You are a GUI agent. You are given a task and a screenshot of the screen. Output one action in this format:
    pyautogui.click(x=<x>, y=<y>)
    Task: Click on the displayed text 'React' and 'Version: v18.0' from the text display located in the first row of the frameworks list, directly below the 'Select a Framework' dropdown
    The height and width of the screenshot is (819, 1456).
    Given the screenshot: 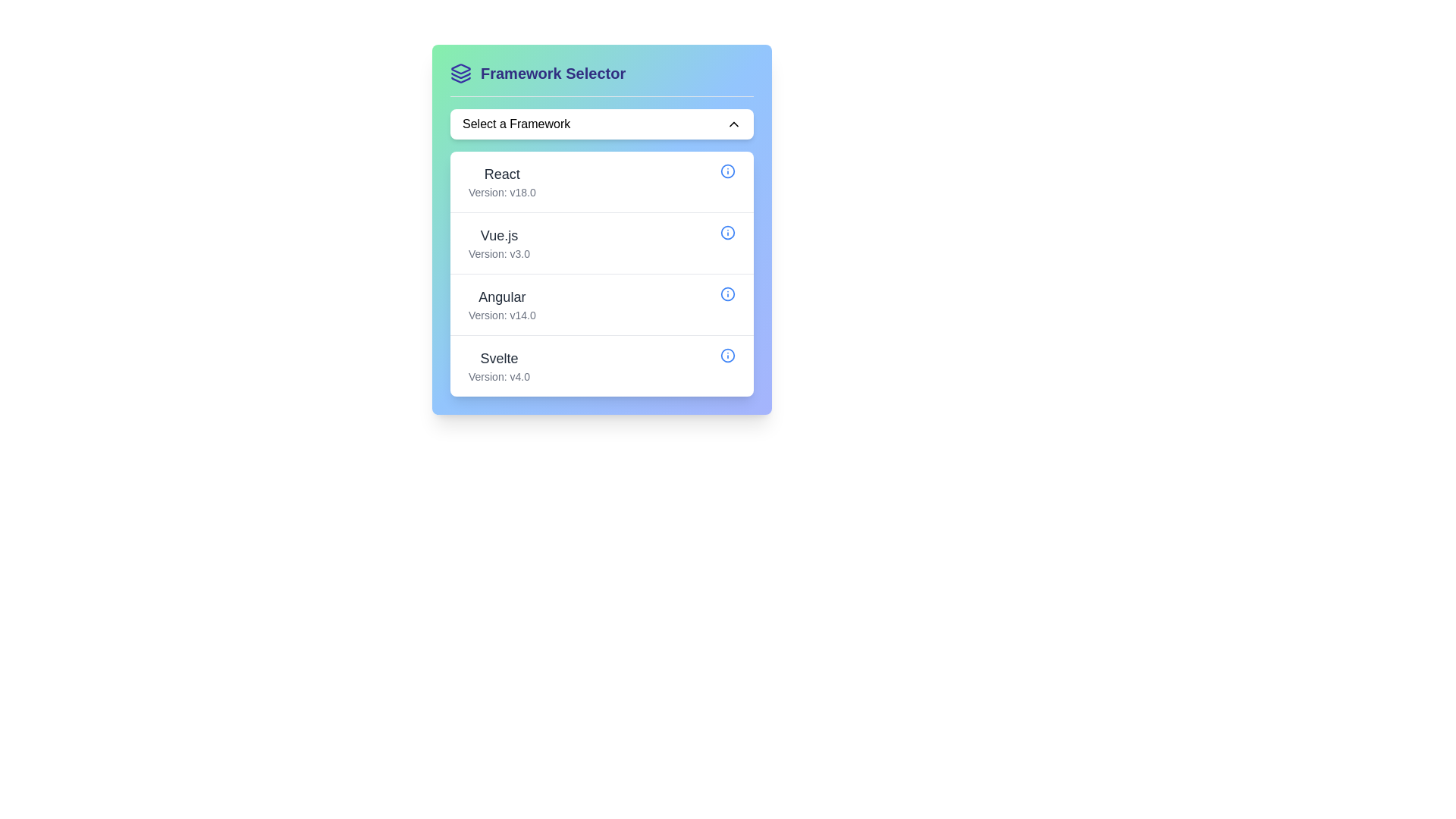 What is the action you would take?
    pyautogui.click(x=502, y=180)
    